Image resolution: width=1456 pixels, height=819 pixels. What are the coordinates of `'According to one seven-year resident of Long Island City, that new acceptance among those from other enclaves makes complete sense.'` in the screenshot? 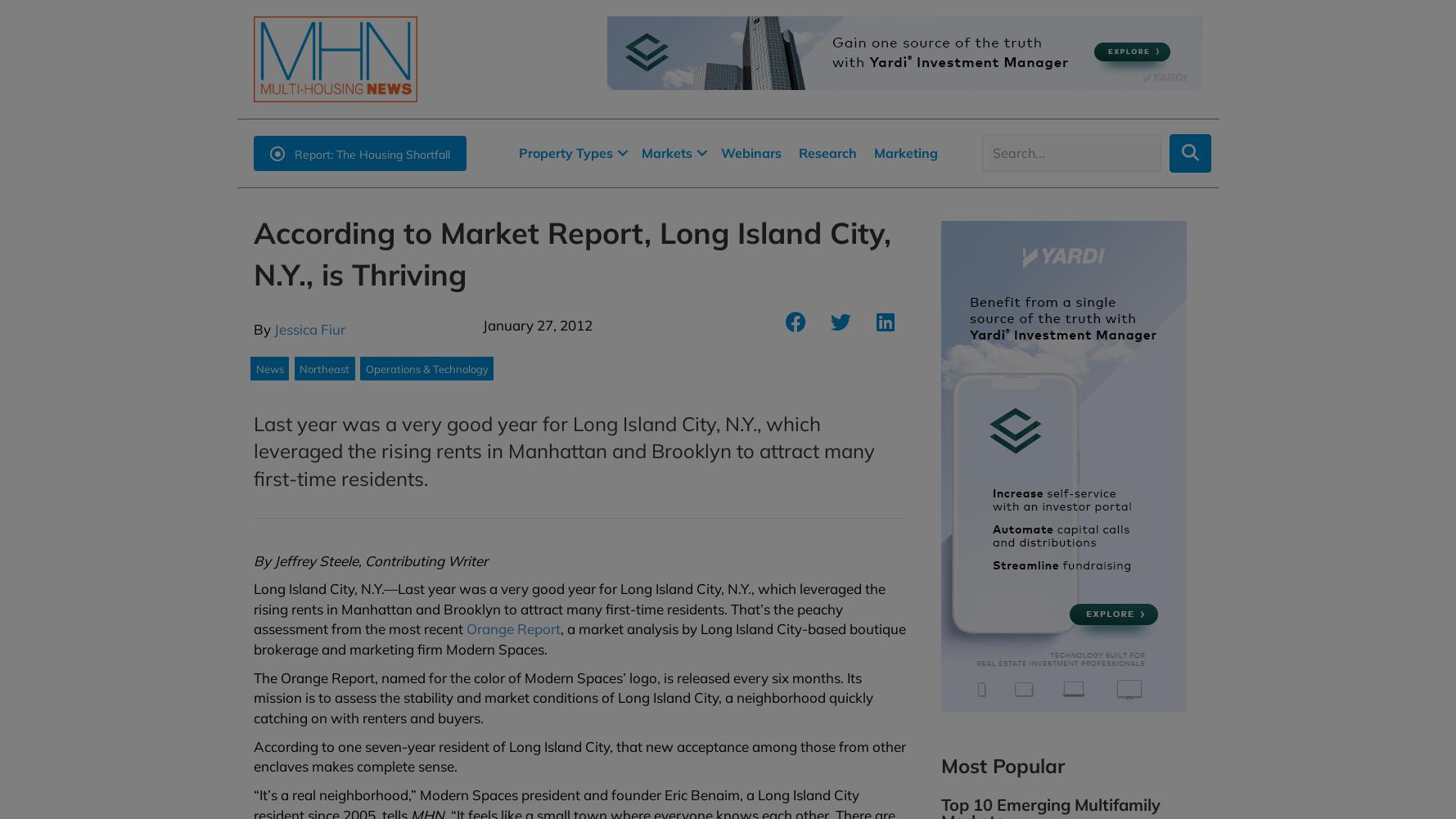 It's located at (579, 756).